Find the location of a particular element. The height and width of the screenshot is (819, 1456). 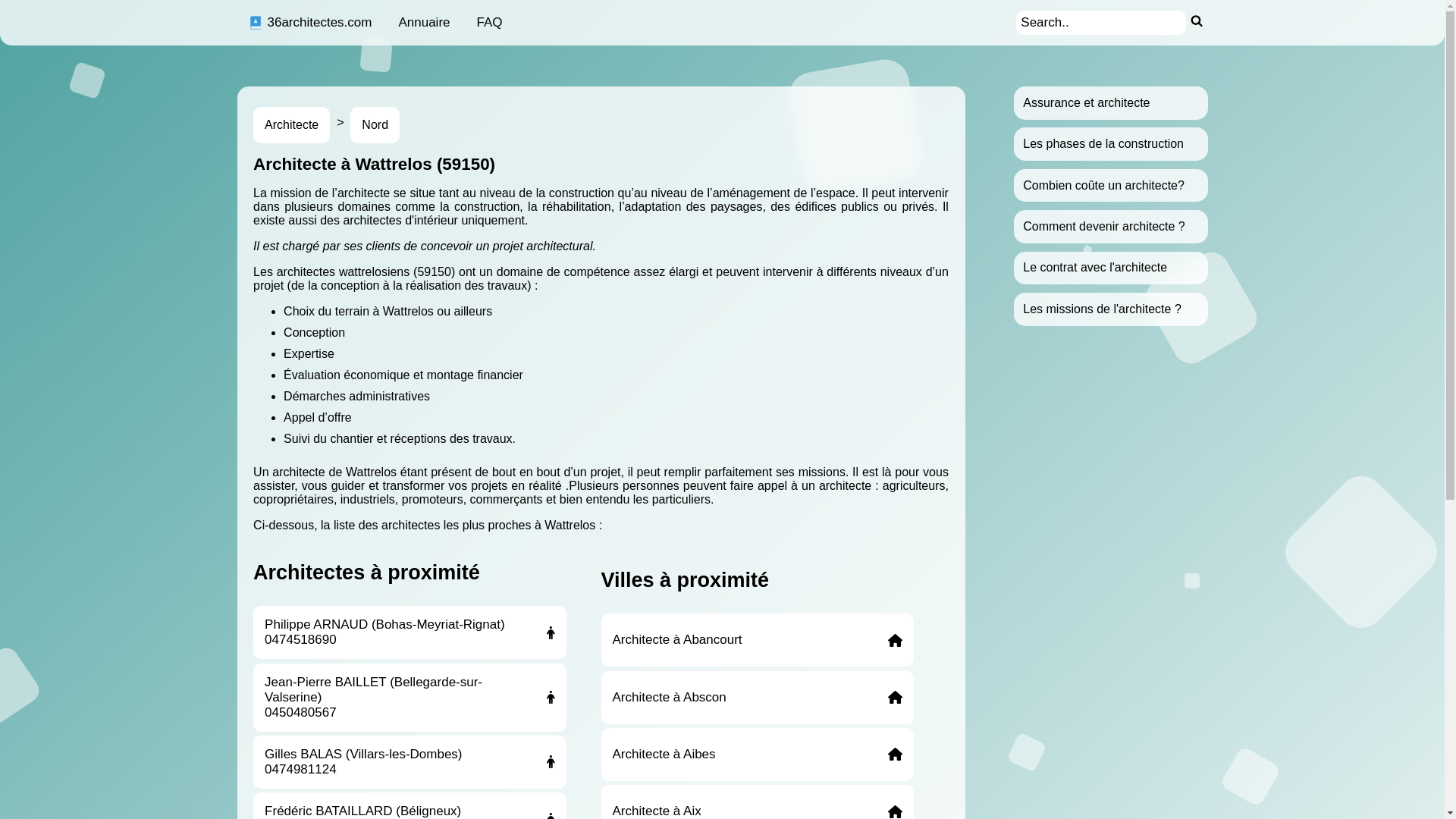

'Le contrat avec l'architecte' is located at coordinates (1022, 266).